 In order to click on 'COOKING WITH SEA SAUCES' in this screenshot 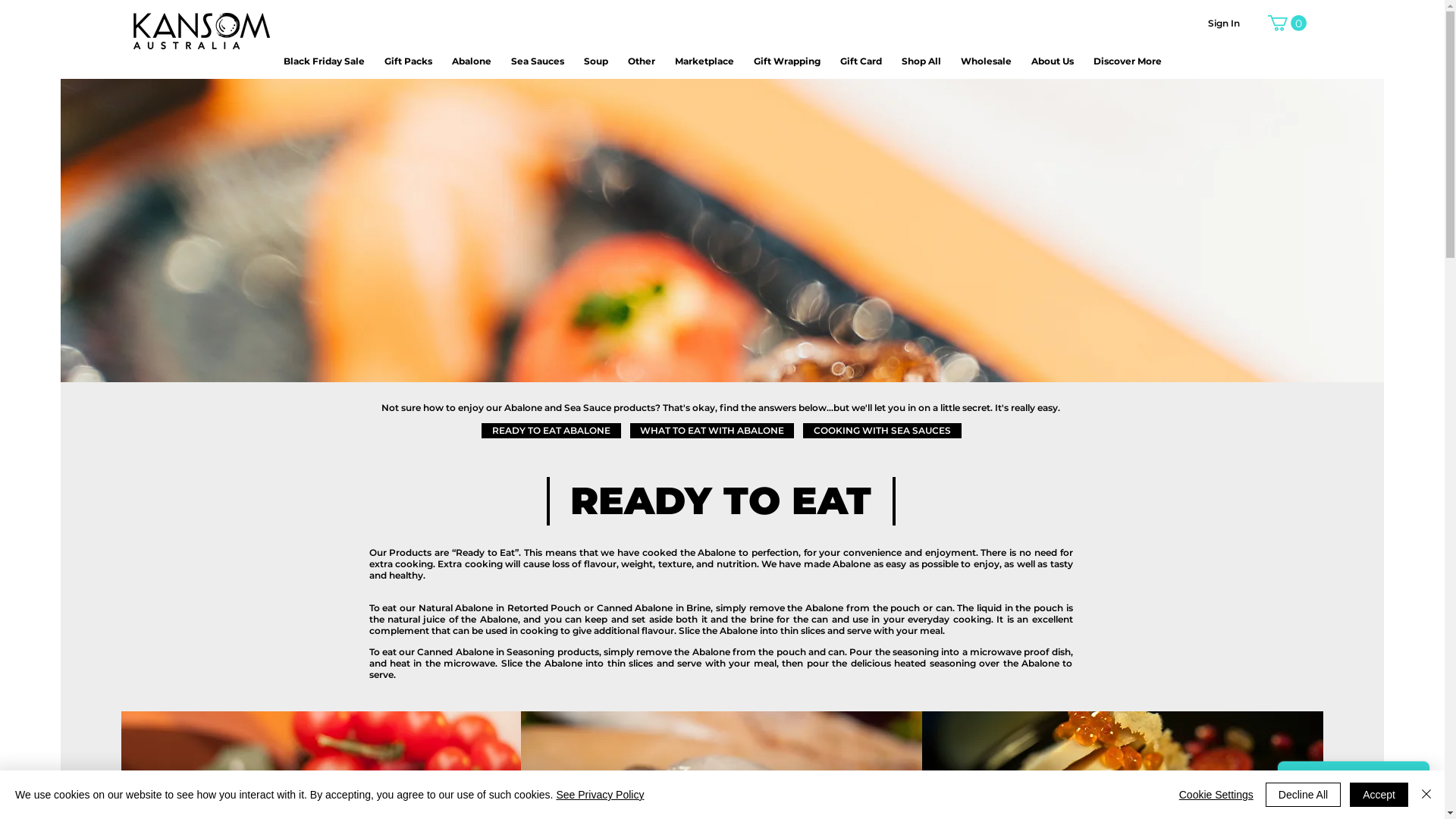, I will do `click(801, 430)`.